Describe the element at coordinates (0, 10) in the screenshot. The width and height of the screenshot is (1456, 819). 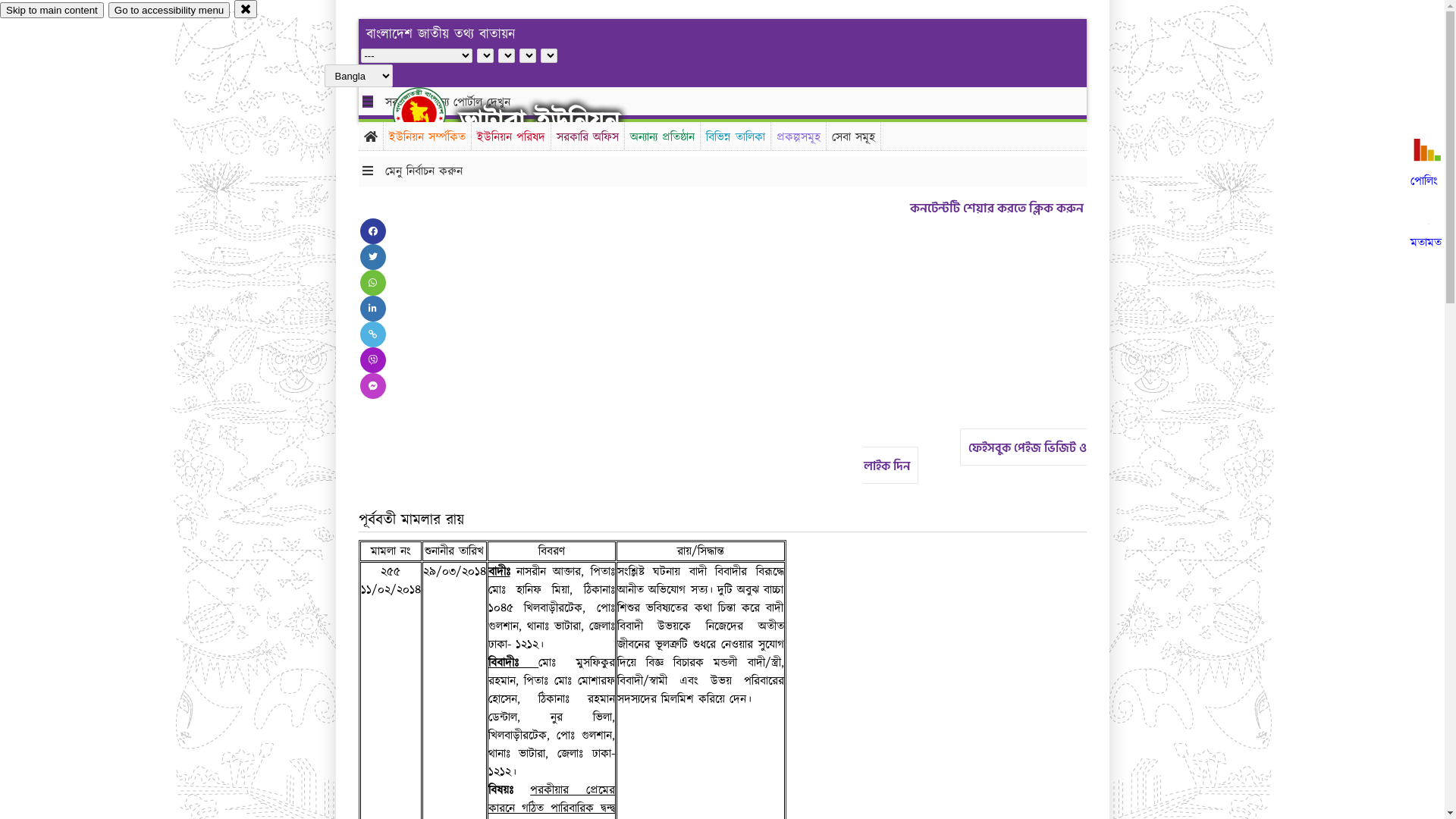
I see `'Skip to main content'` at that location.